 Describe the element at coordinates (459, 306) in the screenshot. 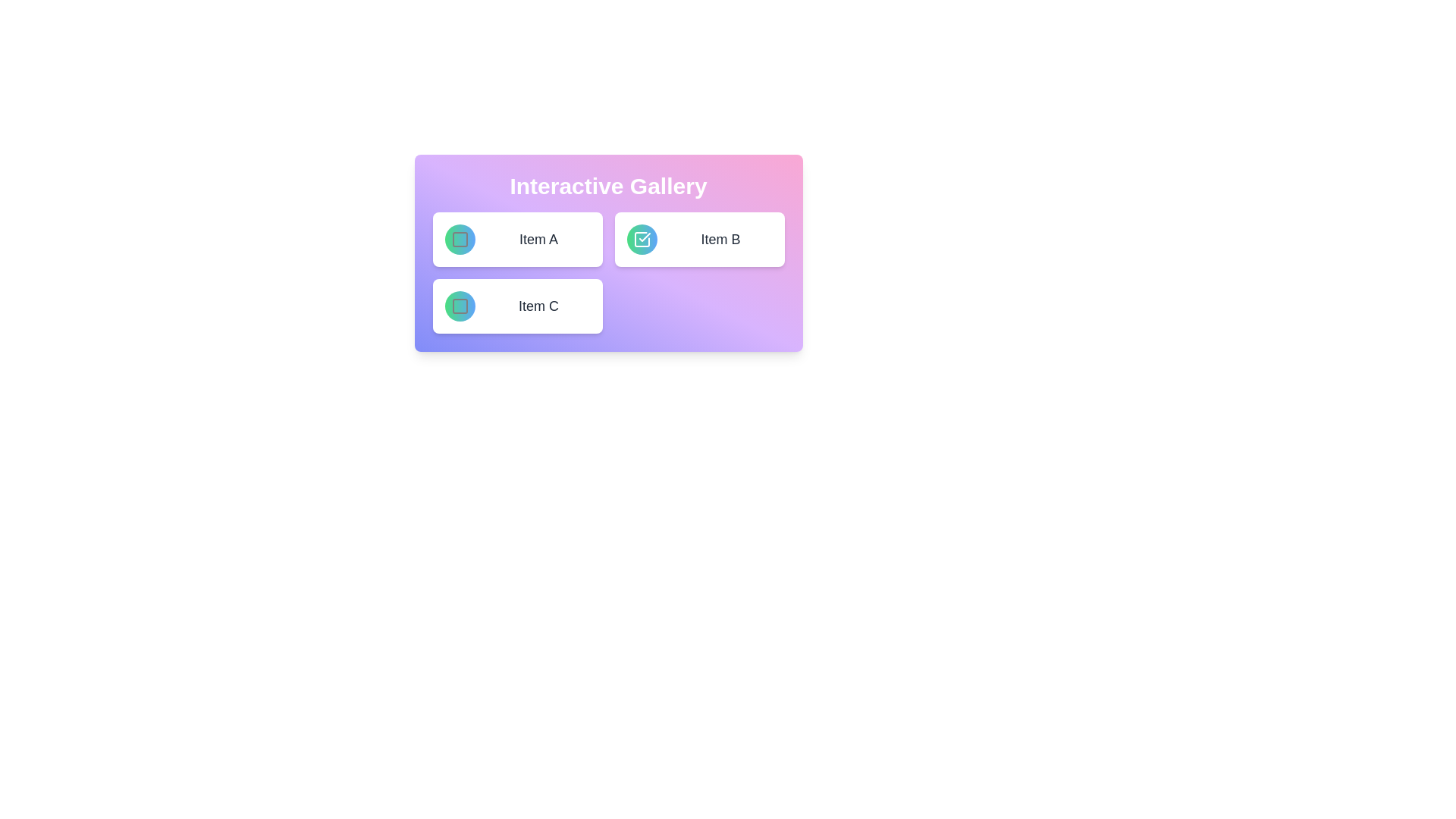

I see `the small, square-shaped UI component with slightly rounded corners located adjacent to the text 'Item C' in the lower-left part of the interactive gallery widget` at that location.